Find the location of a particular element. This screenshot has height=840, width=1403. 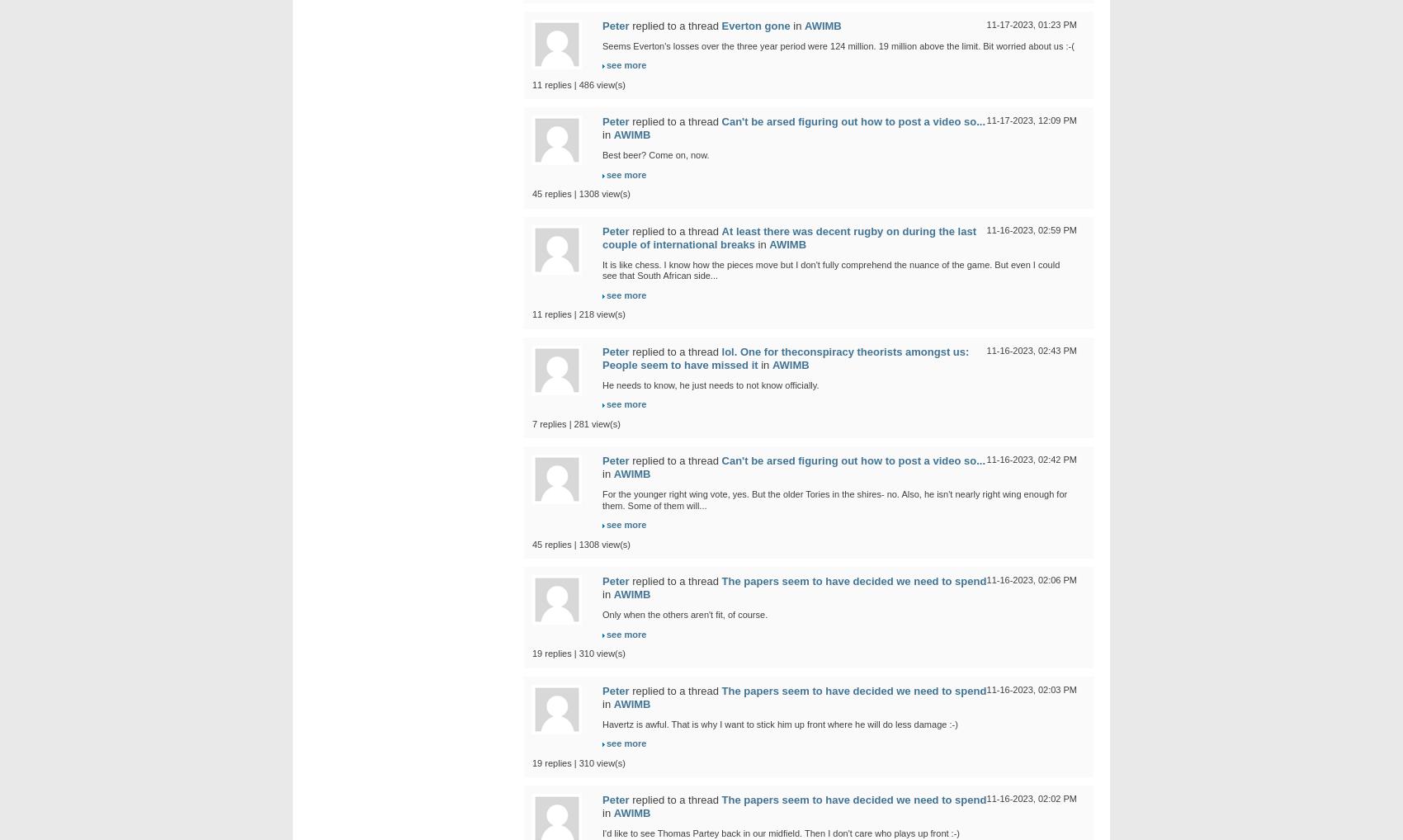

'He needs to know, he just needs to not know officially.' is located at coordinates (711, 385).